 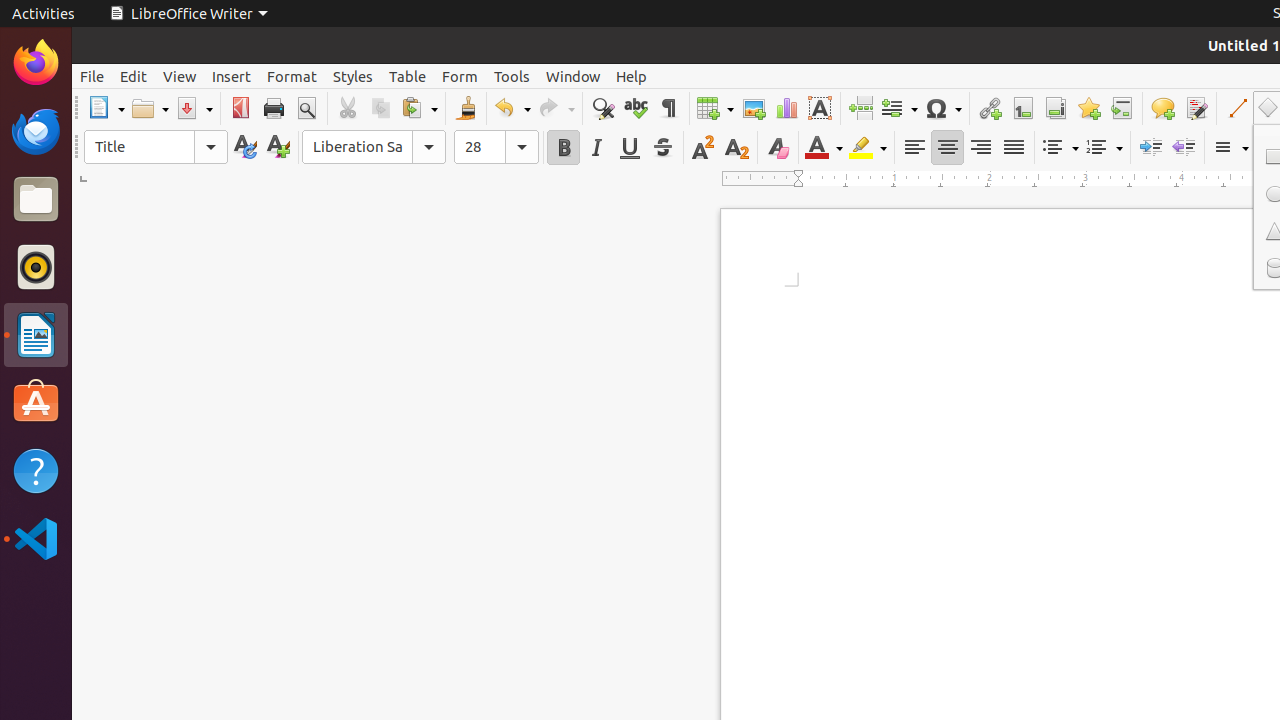 I want to click on 'Cross-reference', so click(x=1121, y=108).